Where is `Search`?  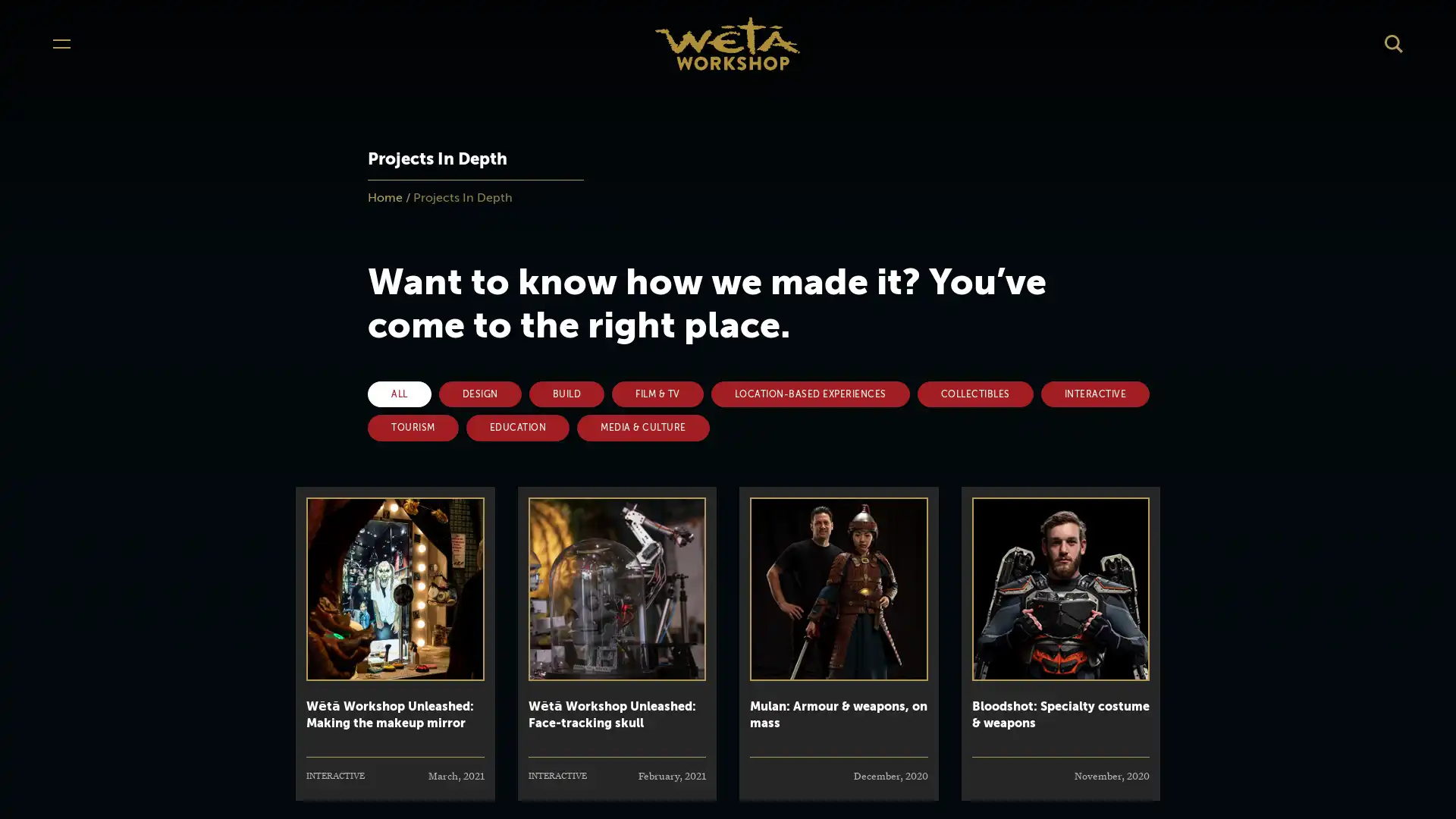 Search is located at coordinates (1394, 42).